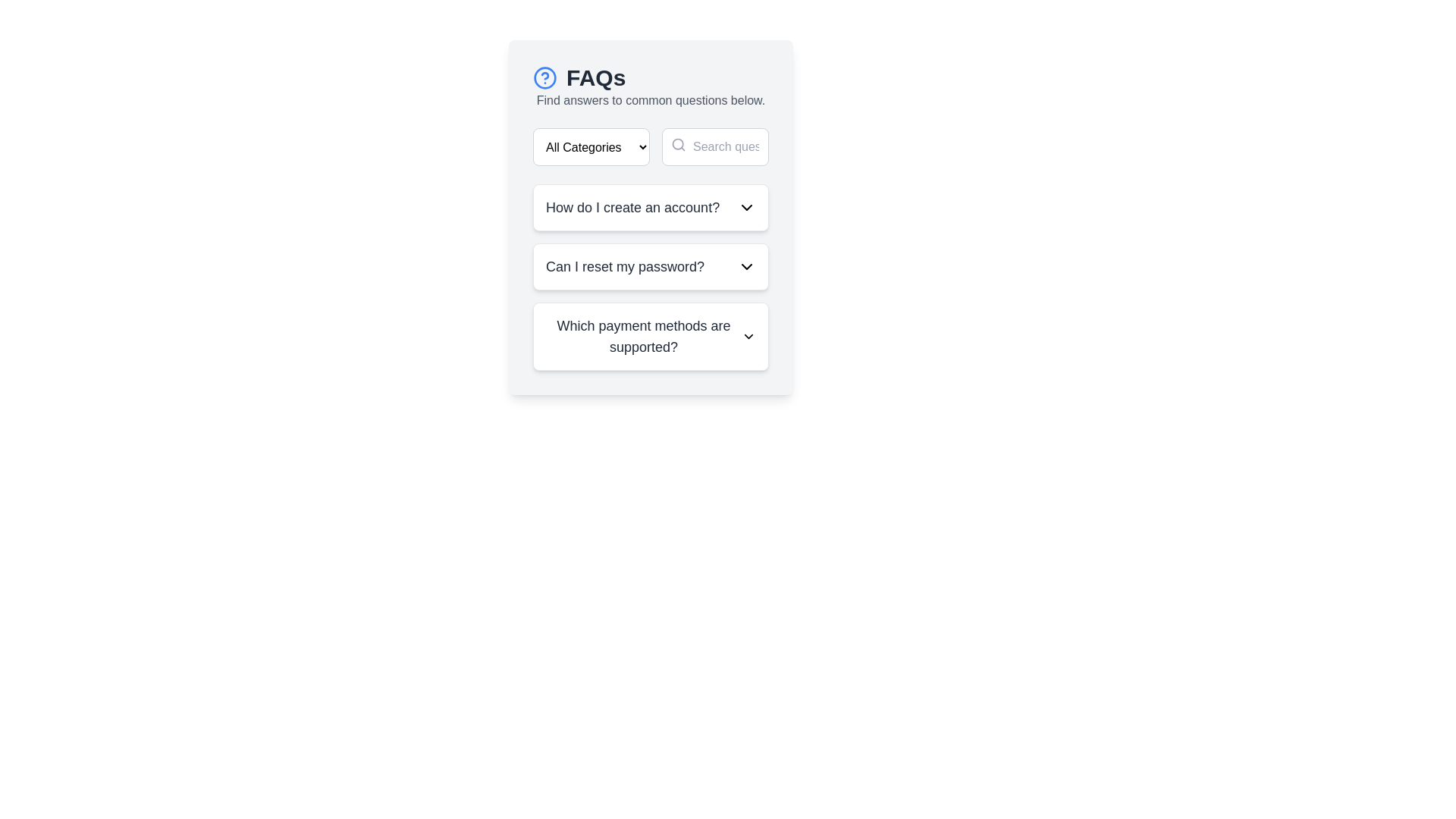  I want to click on the 'All Categories' dropdown menu button, which is a rectangular button with rounded corners and a downward arrow icon, so click(590, 146).